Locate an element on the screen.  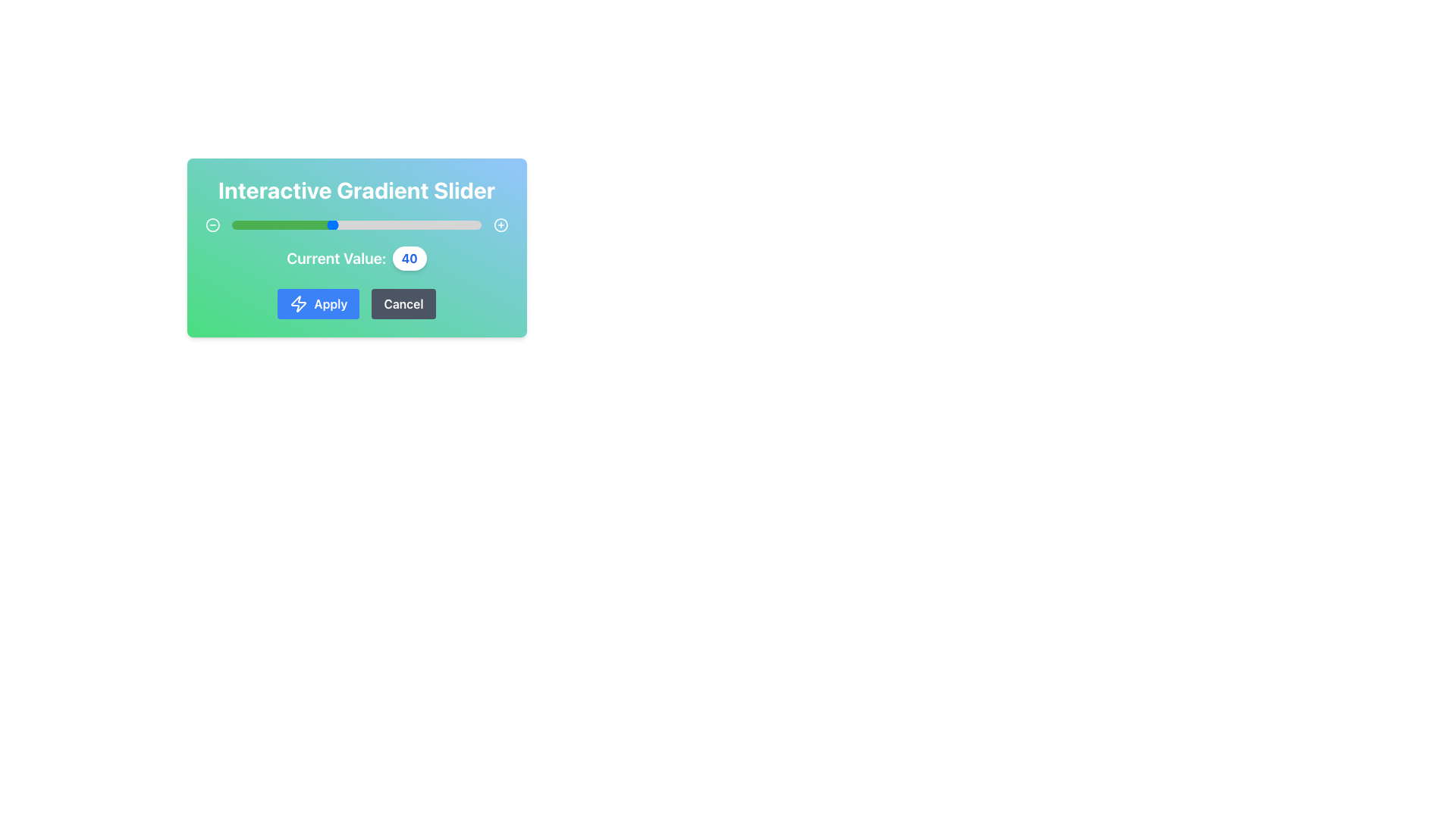
the slider is located at coordinates (406, 225).